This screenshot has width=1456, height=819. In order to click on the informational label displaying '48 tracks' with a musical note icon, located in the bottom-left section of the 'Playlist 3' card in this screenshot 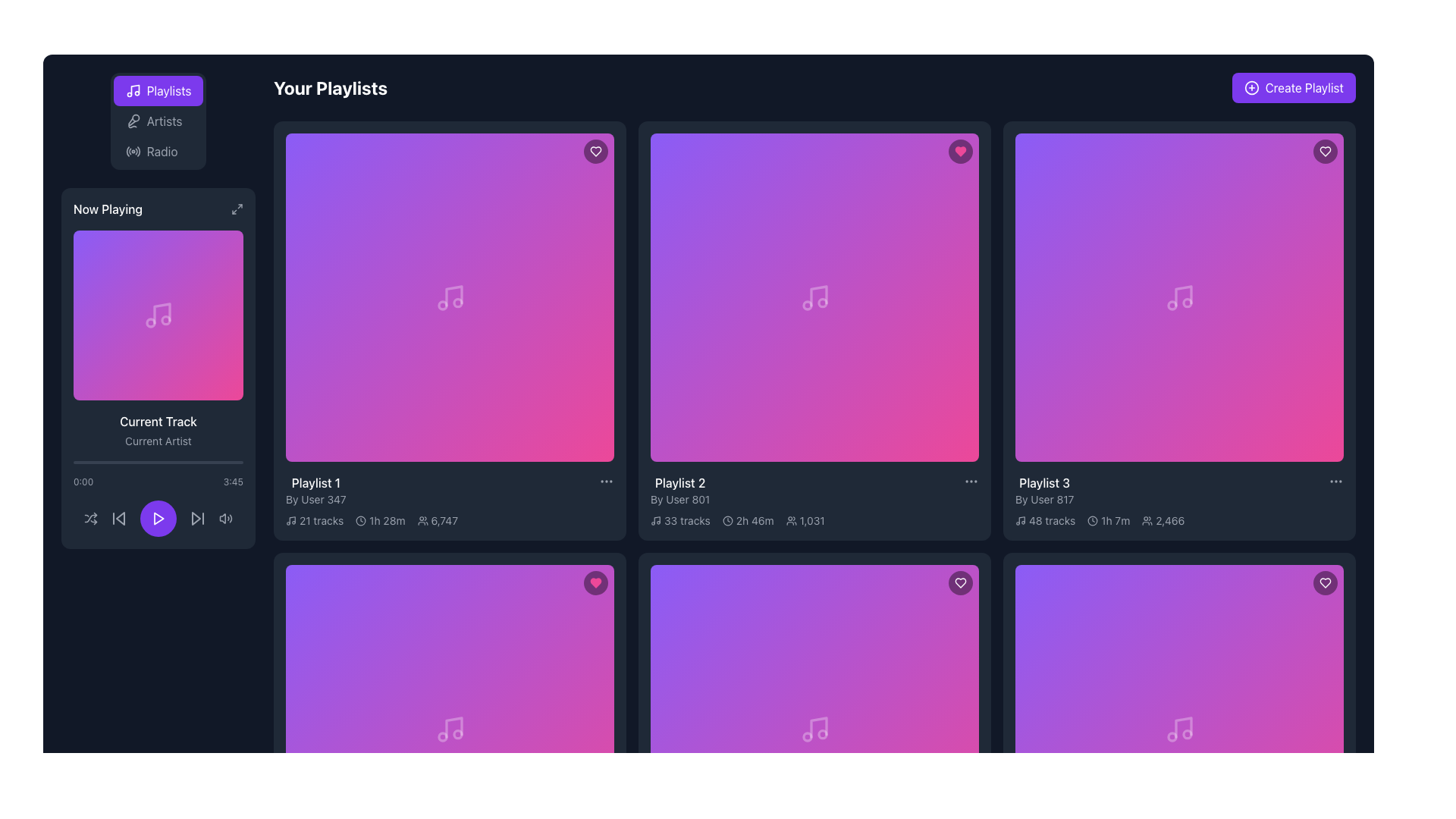, I will do `click(1044, 519)`.